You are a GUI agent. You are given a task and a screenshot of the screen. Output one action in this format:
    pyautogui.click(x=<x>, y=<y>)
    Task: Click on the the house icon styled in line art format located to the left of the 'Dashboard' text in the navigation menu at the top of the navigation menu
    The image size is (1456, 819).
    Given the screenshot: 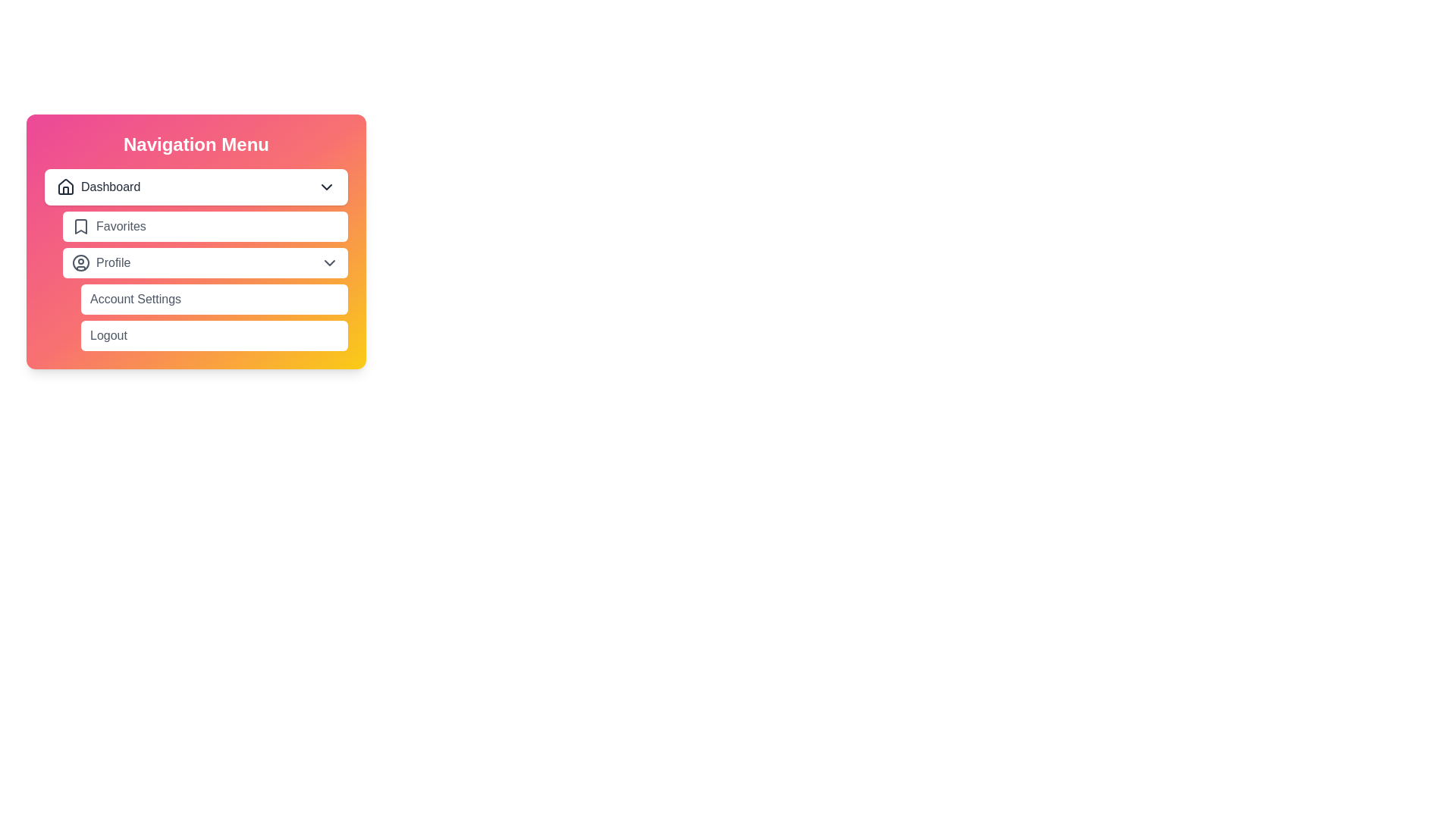 What is the action you would take?
    pyautogui.click(x=64, y=186)
    